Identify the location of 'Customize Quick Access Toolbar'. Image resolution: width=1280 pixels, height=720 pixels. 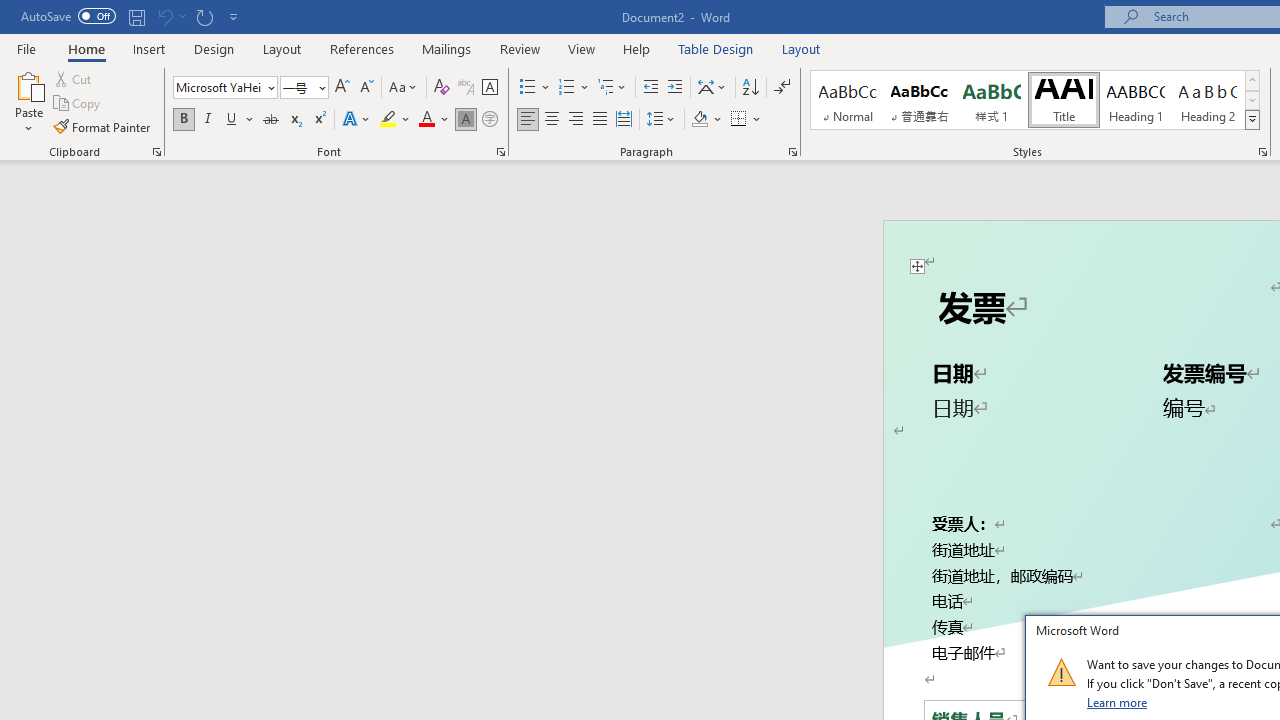
(234, 16).